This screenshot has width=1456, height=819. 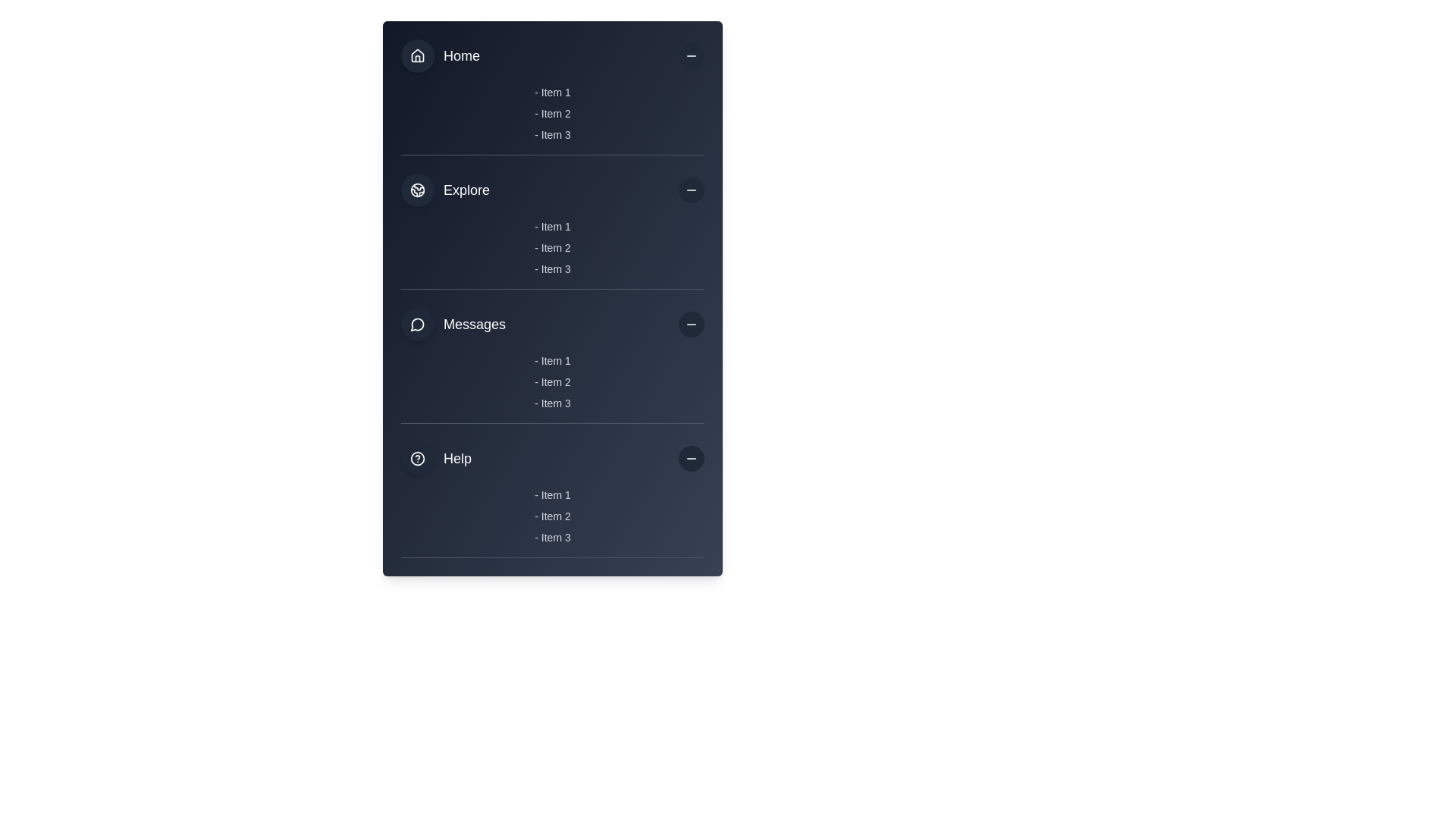 I want to click on the globe icon in the 'Explore' section of the left-side navigation menu, so click(x=418, y=189).